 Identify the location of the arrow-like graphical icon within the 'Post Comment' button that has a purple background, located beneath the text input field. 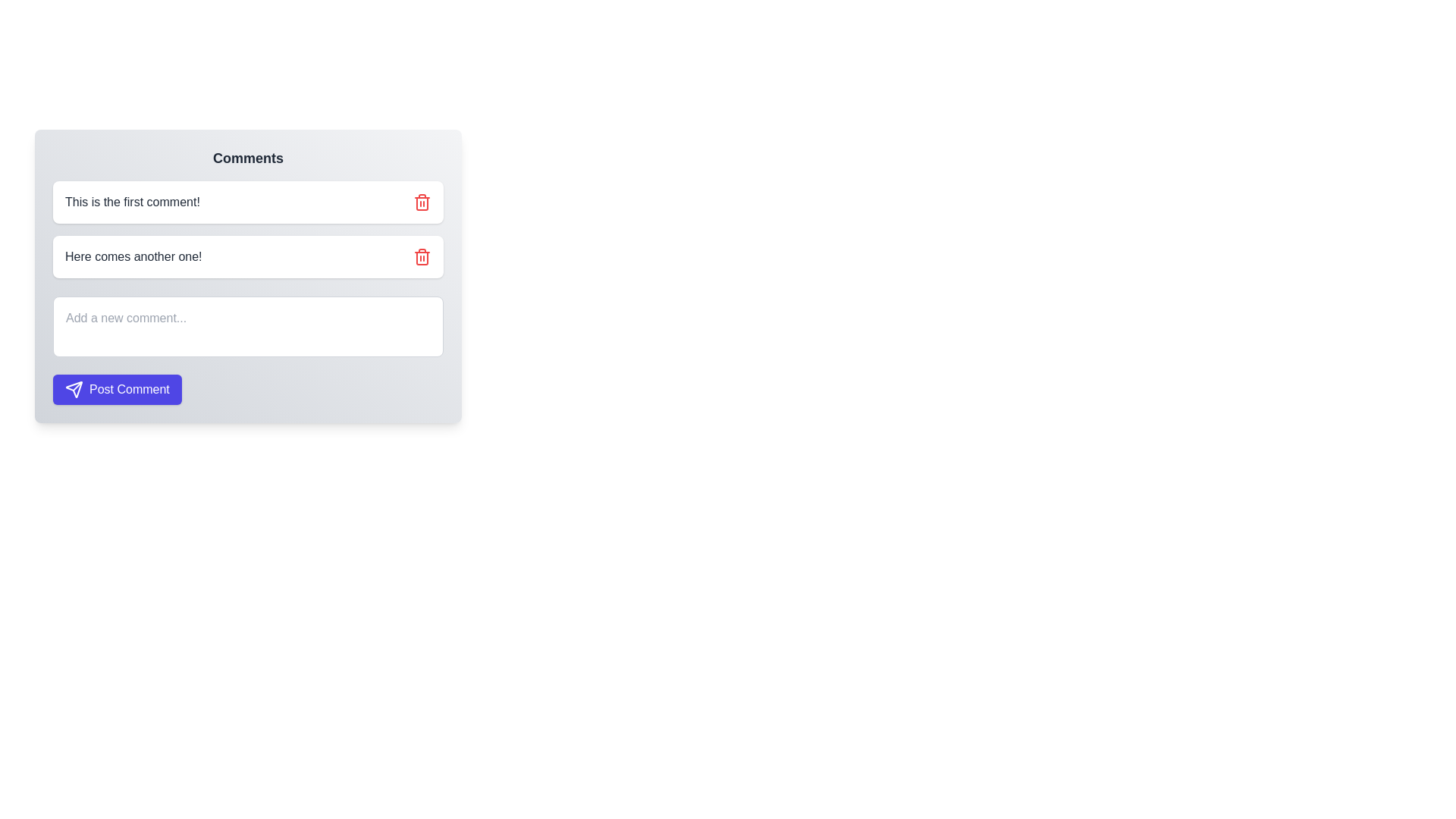
(73, 388).